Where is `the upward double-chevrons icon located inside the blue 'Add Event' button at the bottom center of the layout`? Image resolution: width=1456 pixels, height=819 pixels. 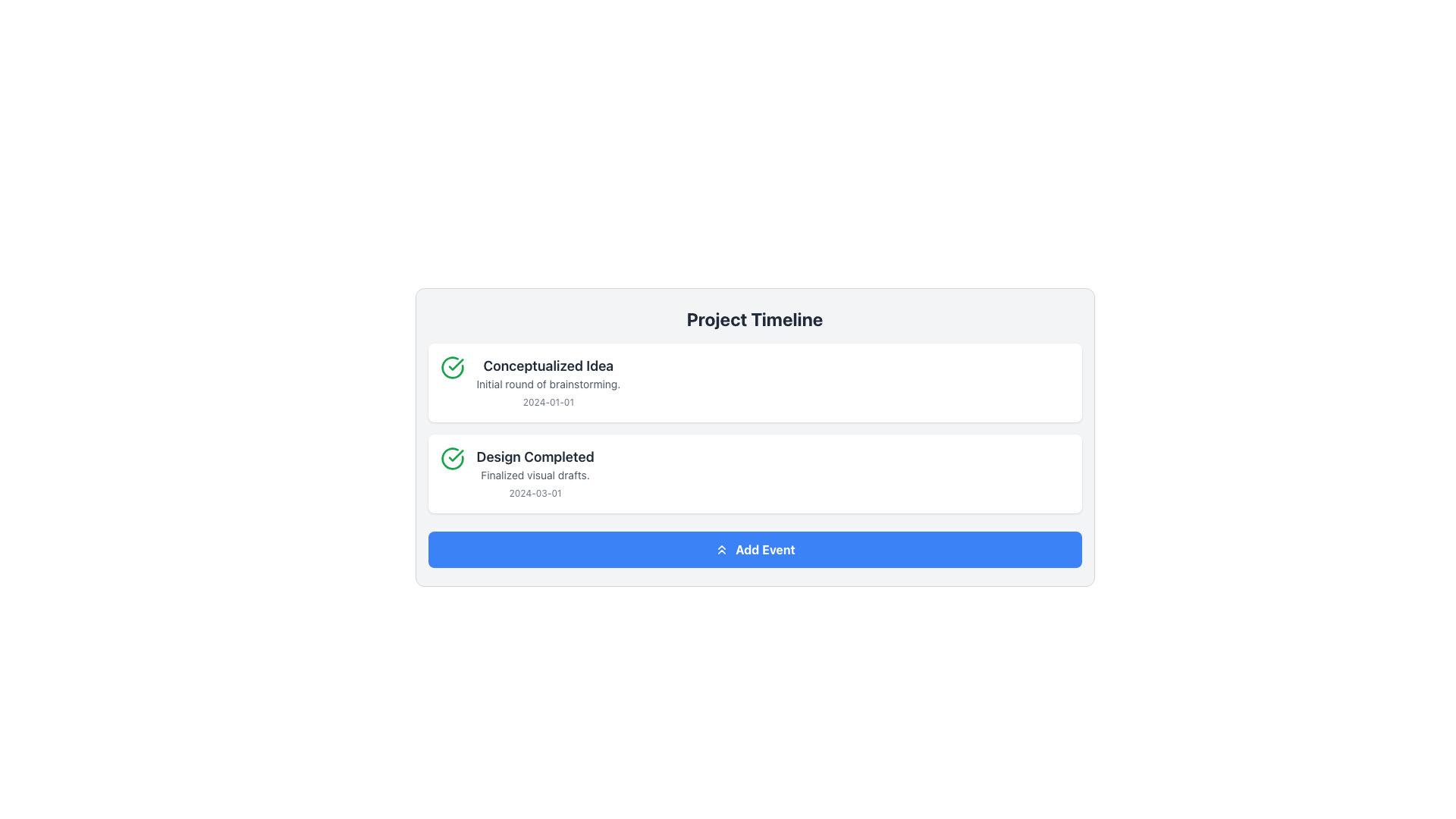 the upward double-chevrons icon located inside the blue 'Add Event' button at the bottom center of the layout is located at coordinates (721, 550).